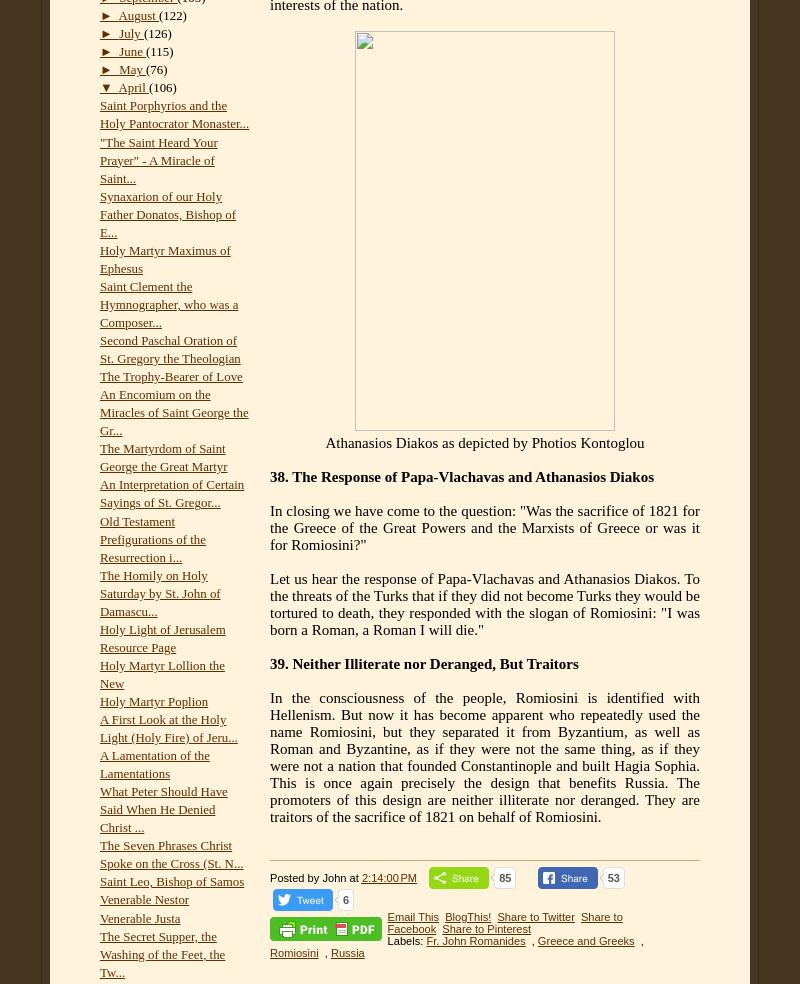  I want to click on 'John', so click(335, 878).